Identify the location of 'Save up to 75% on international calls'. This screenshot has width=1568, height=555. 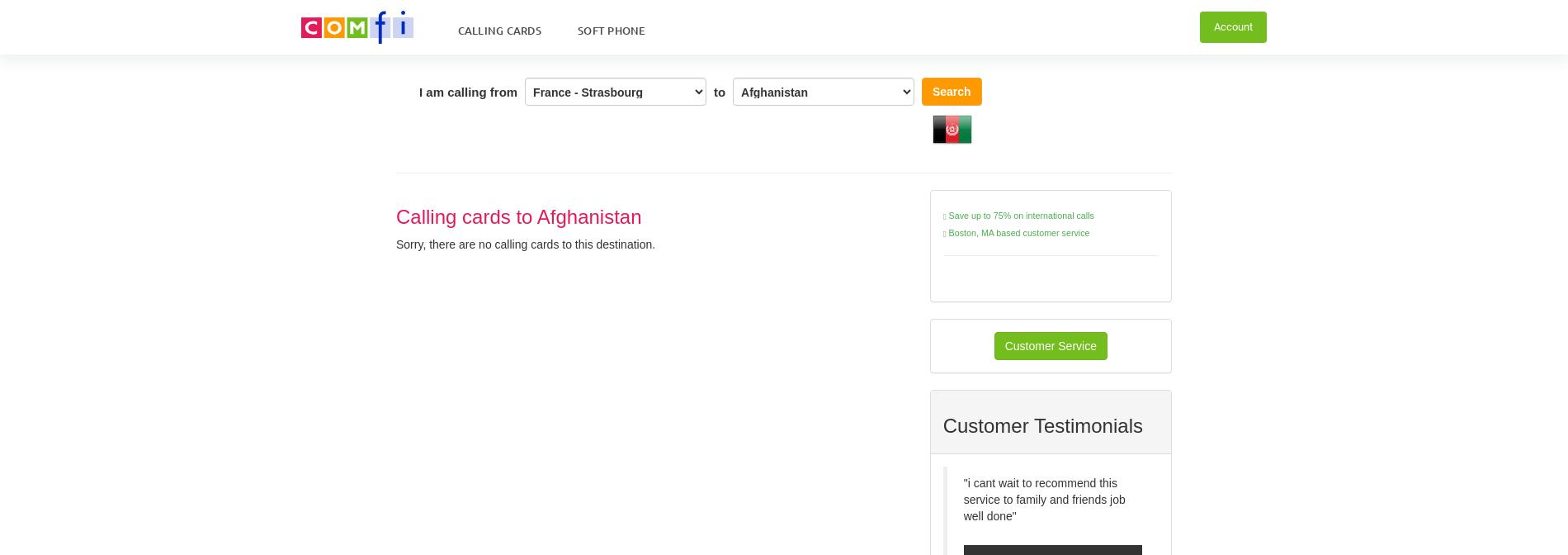
(1018, 214).